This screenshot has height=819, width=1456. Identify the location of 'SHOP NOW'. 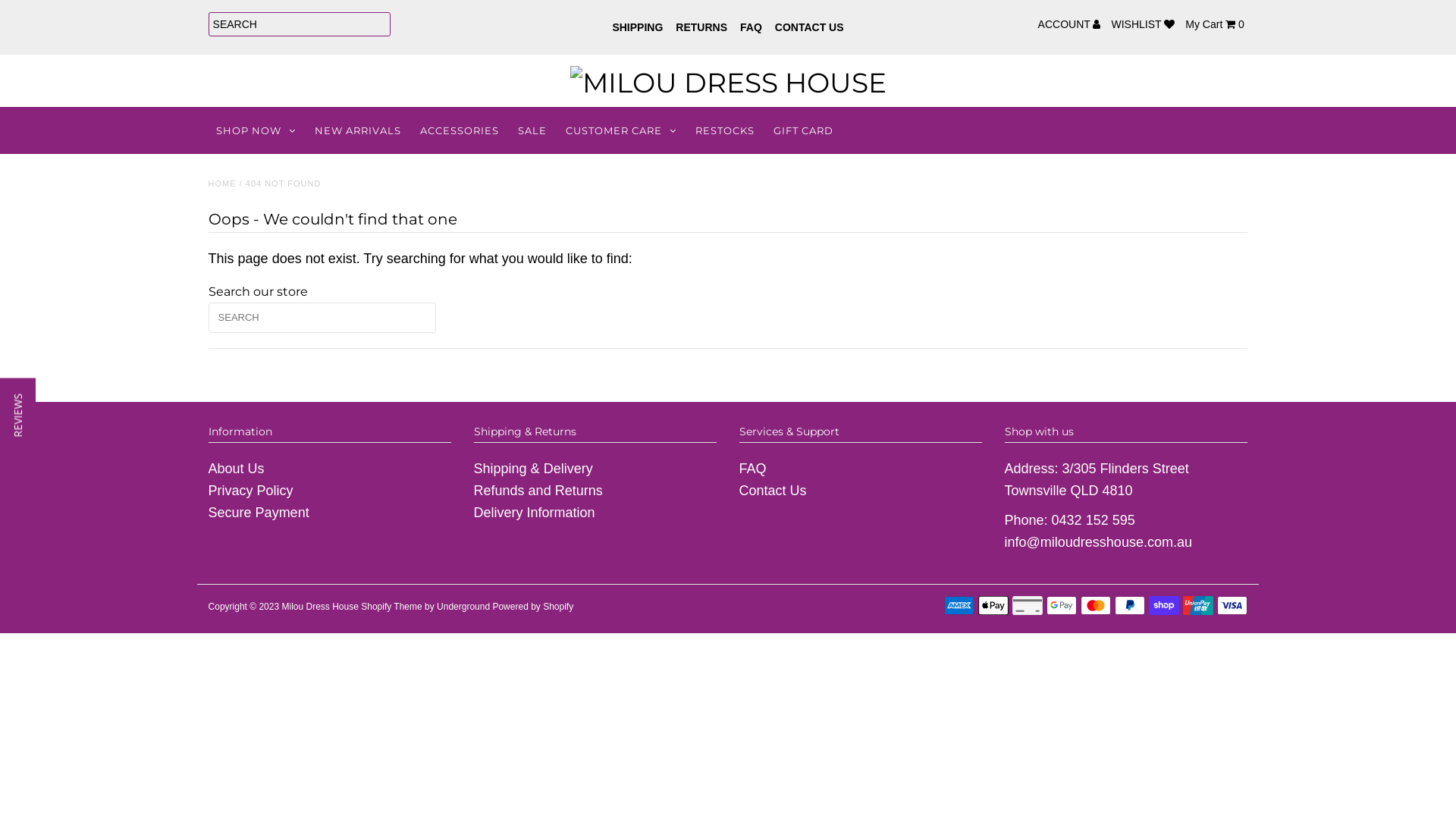
(207, 130).